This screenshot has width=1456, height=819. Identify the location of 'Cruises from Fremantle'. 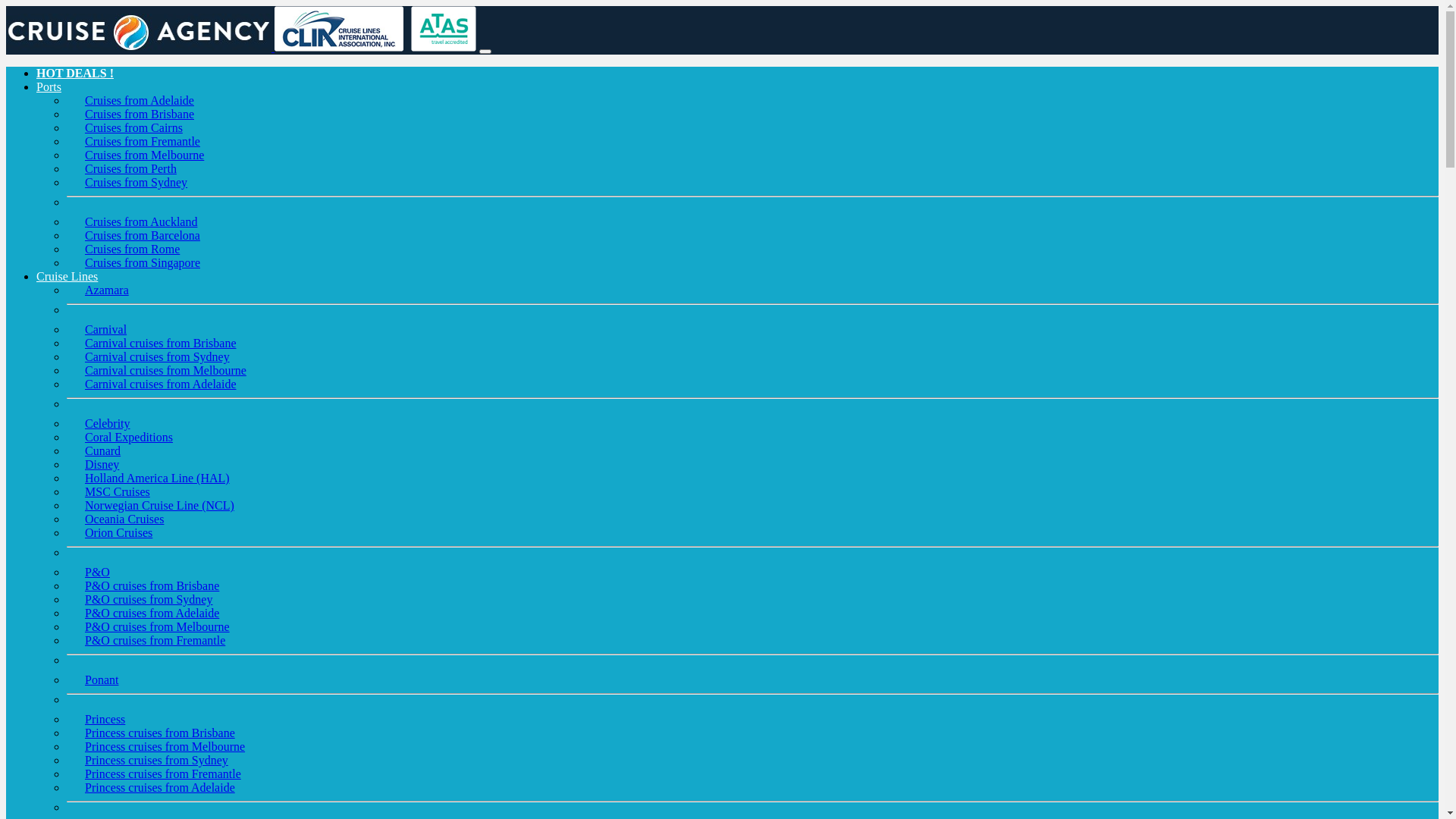
(142, 141).